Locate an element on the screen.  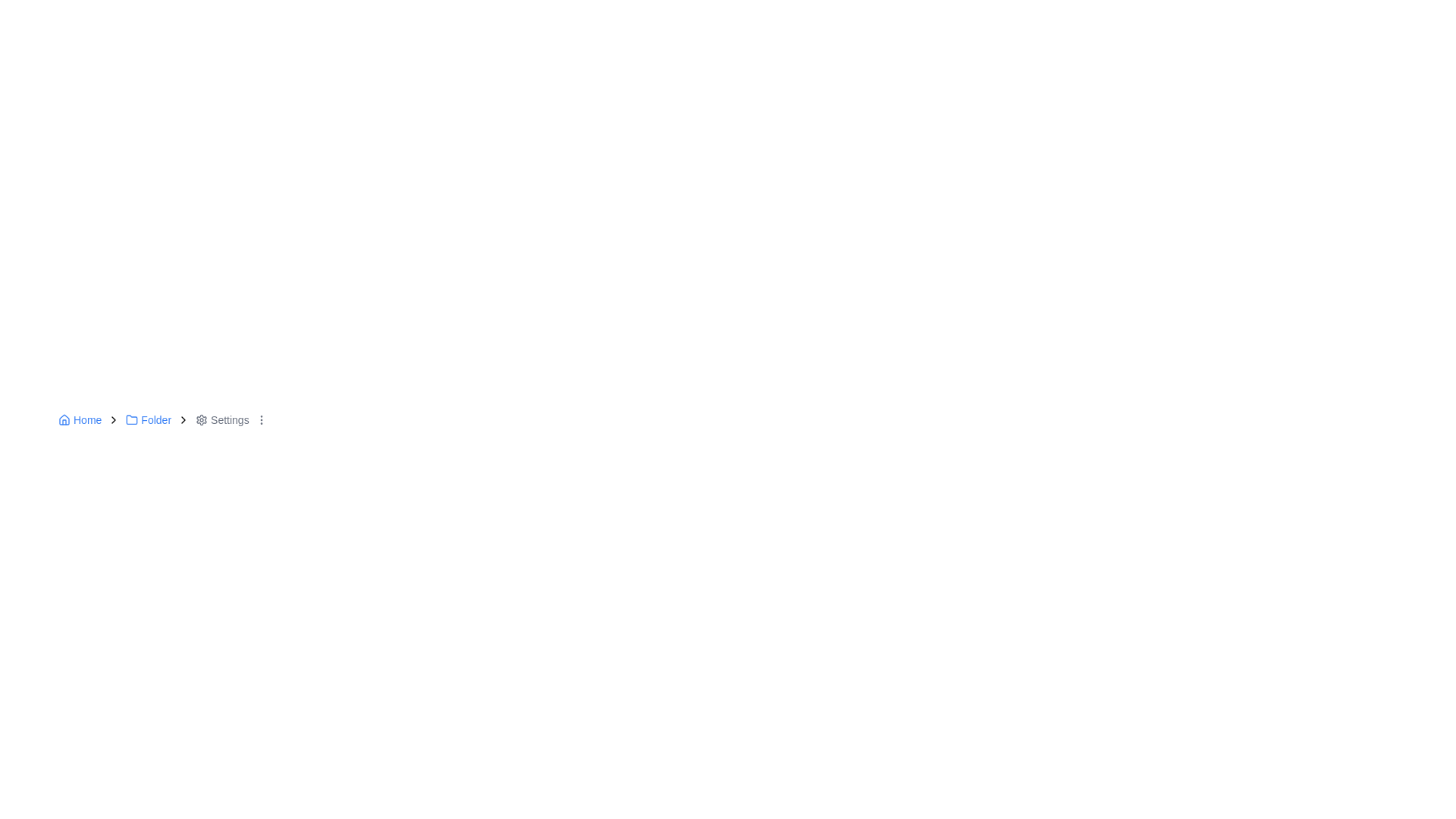
the decorative folder icon in the breadcrumb navigation system, positioned between the 'Home' text link and the settings gear icon is located at coordinates (132, 419).